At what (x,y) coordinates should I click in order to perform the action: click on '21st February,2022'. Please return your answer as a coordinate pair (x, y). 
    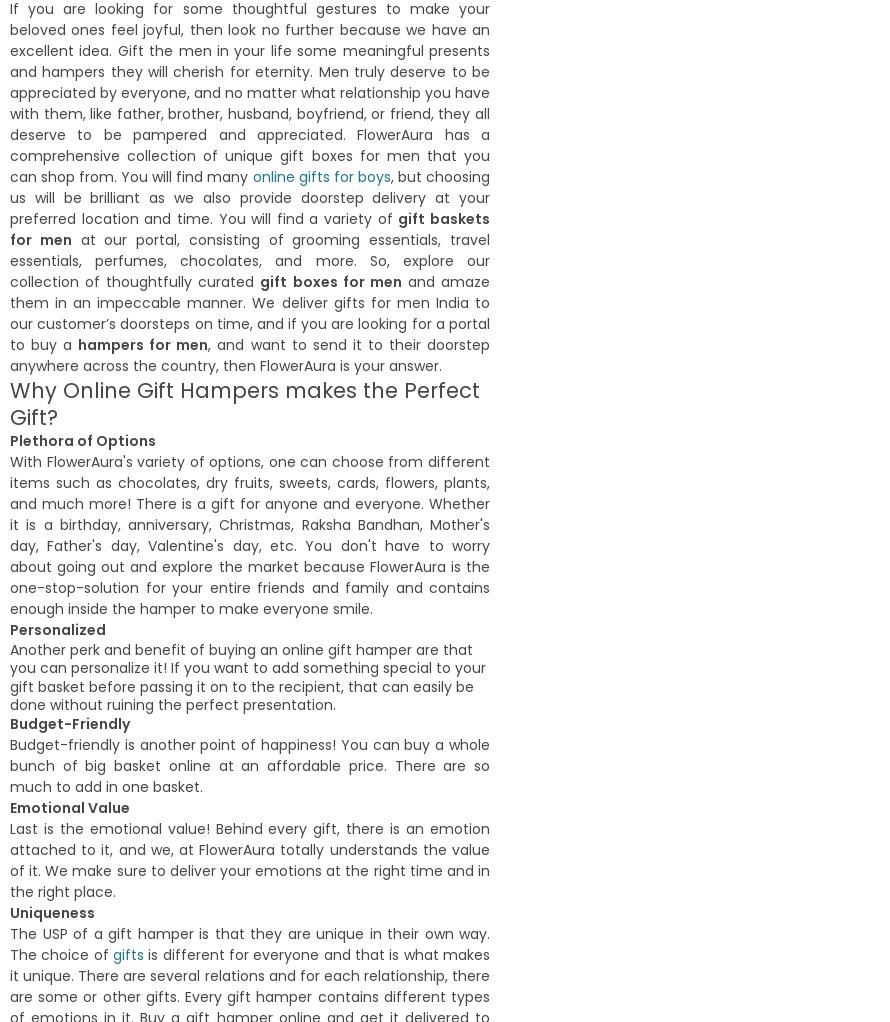
    Looking at the image, I should click on (123, 968).